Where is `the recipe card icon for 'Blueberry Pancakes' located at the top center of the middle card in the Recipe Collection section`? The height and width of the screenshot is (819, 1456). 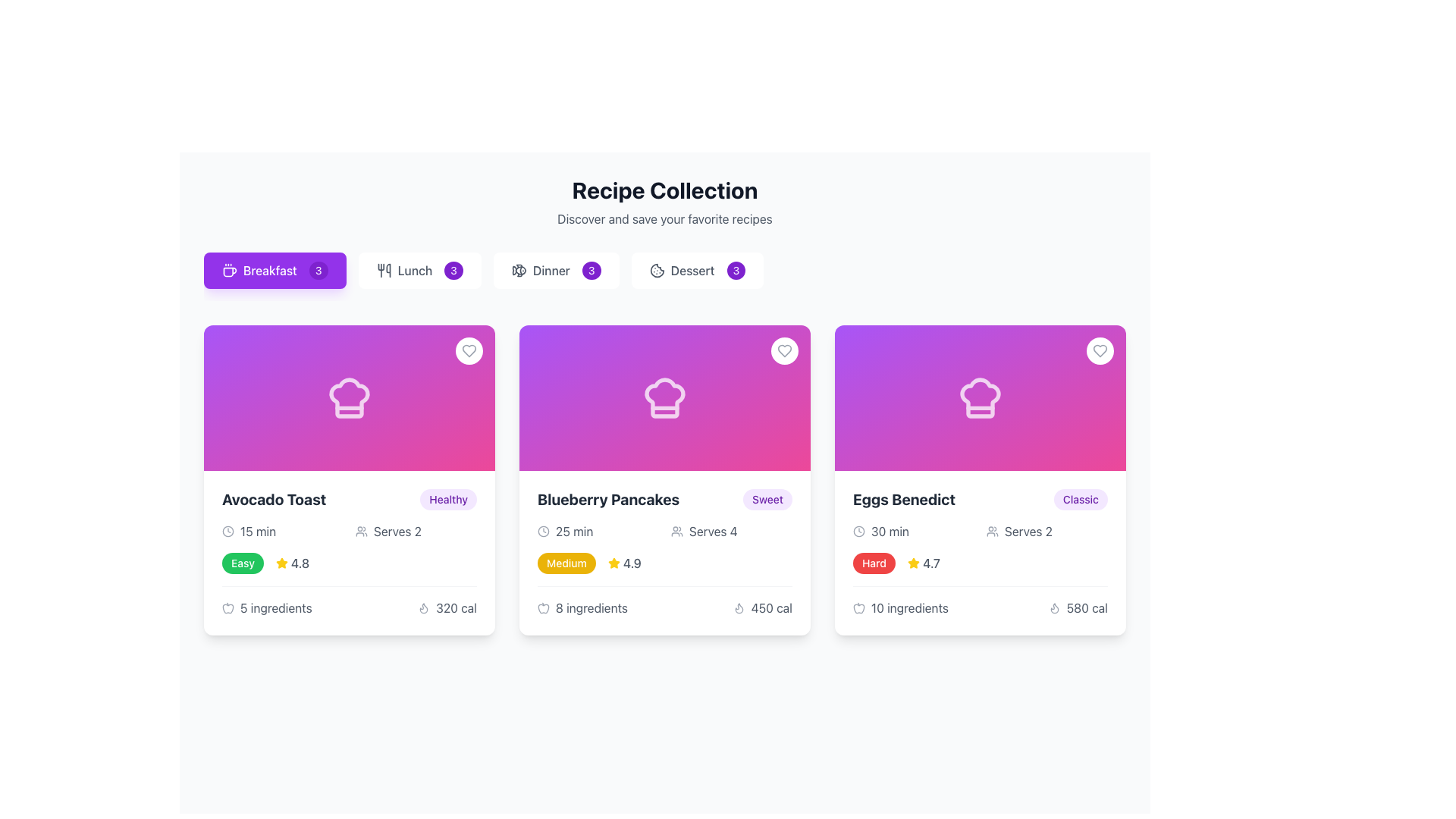
the recipe card icon for 'Blueberry Pancakes' located at the top center of the middle card in the Recipe Collection section is located at coordinates (665, 397).